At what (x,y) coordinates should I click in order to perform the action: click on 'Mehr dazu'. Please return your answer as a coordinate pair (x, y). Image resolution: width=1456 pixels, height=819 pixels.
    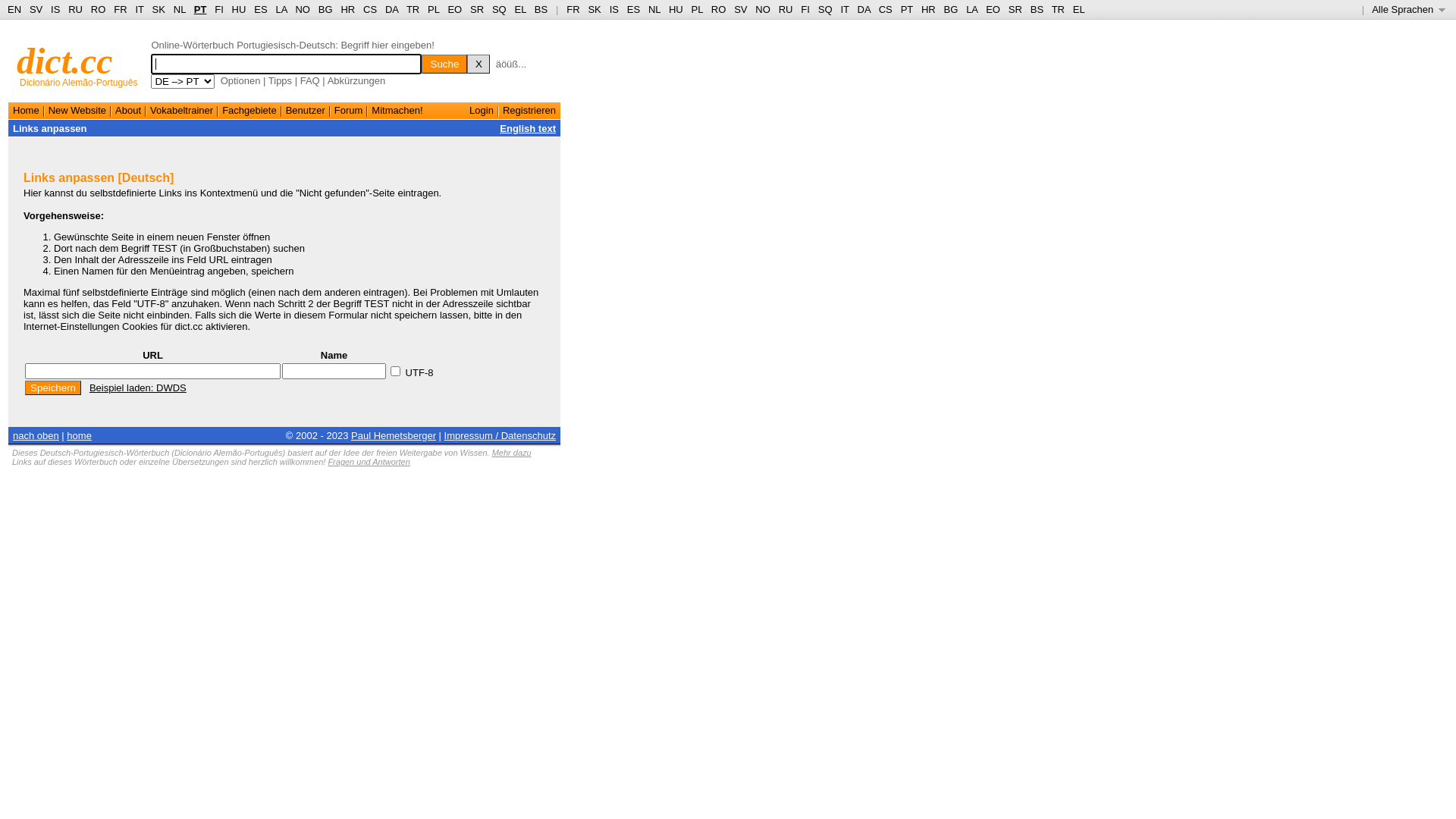
    Looking at the image, I should click on (512, 452).